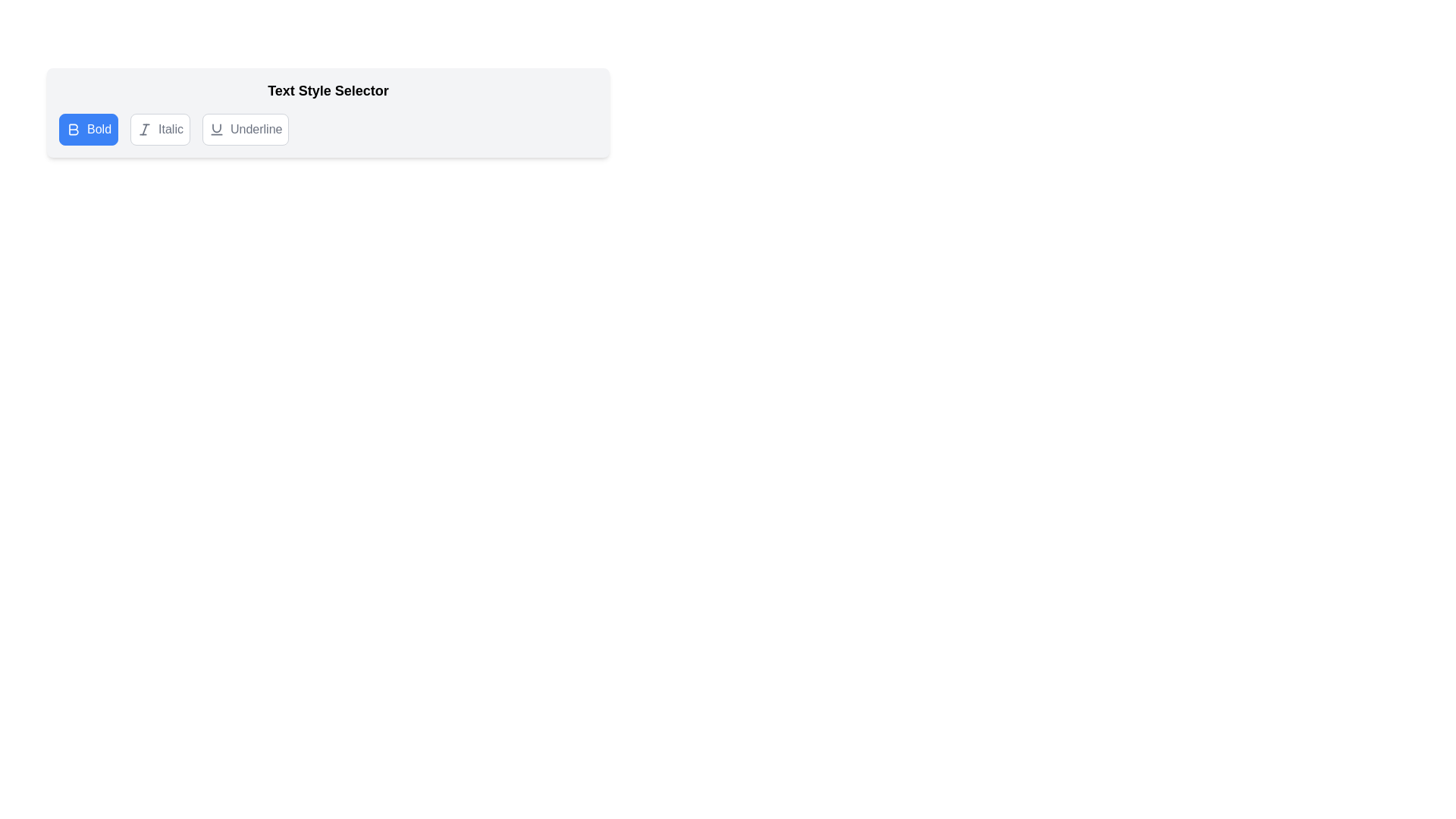 This screenshot has width=1456, height=819. Describe the element at coordinates (87, 128) in the screenshot. I see `the 'Bold' toggle button` at that location.